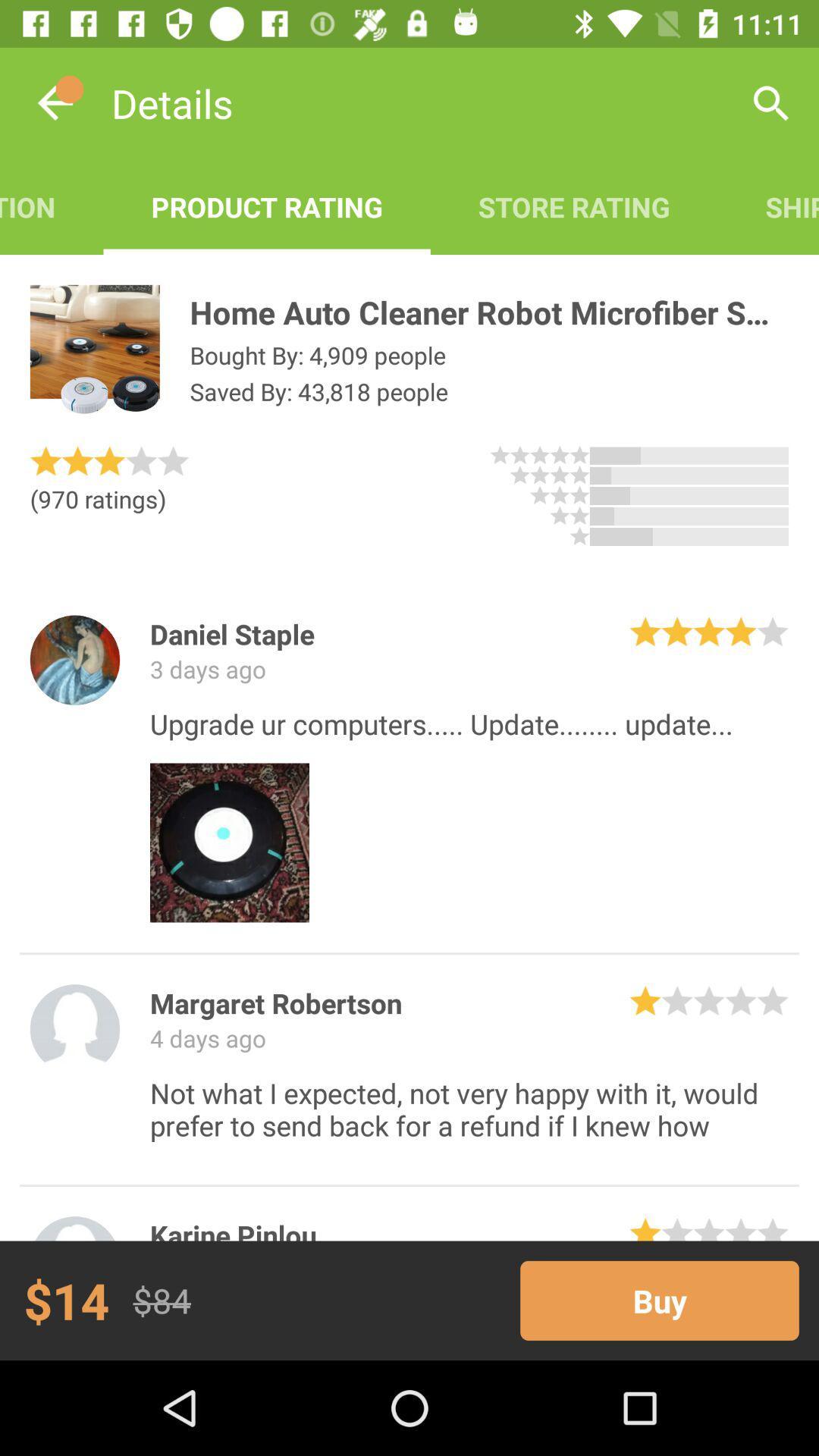 This screenshot has height=1456, width=819. Describe the element at coordinates (574, 206) in the screenshot. I see `item above home auto cleaner item` at that location.